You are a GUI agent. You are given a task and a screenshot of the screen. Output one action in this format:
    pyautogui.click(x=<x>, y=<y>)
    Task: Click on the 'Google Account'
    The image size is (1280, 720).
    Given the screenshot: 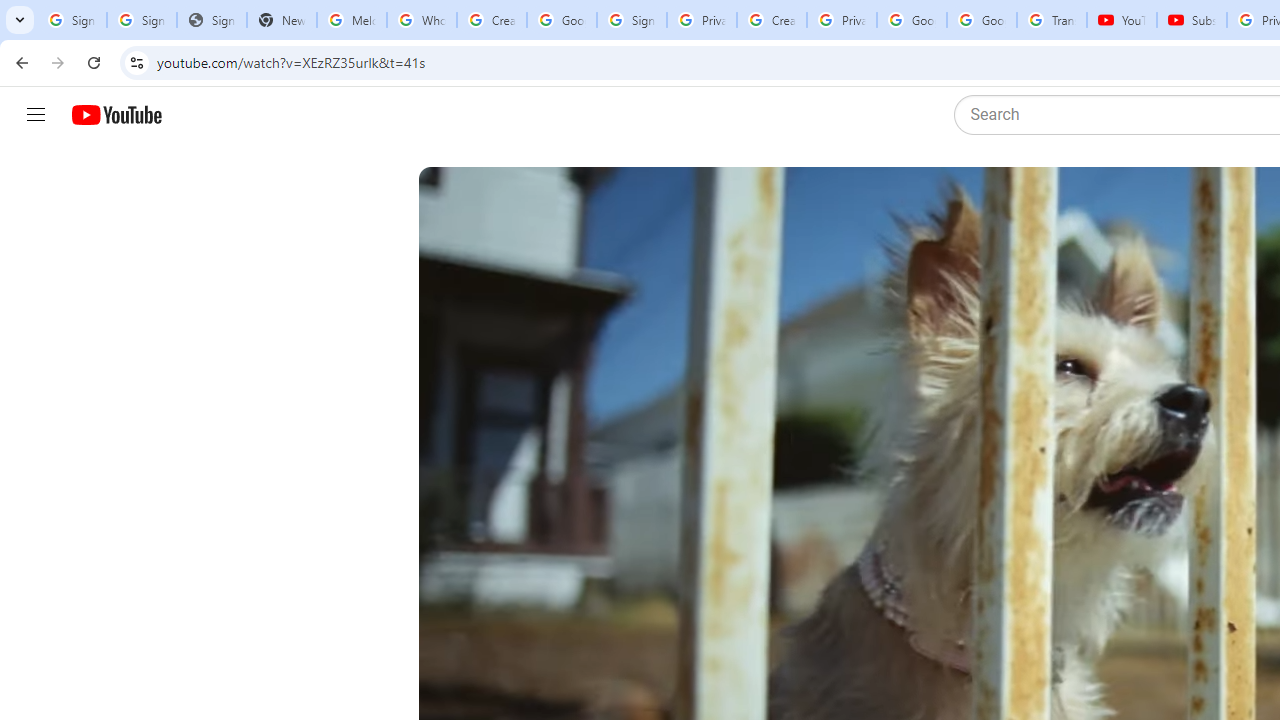 What is the action you would take?
    pyautogui.click(x=982, y=20)
    